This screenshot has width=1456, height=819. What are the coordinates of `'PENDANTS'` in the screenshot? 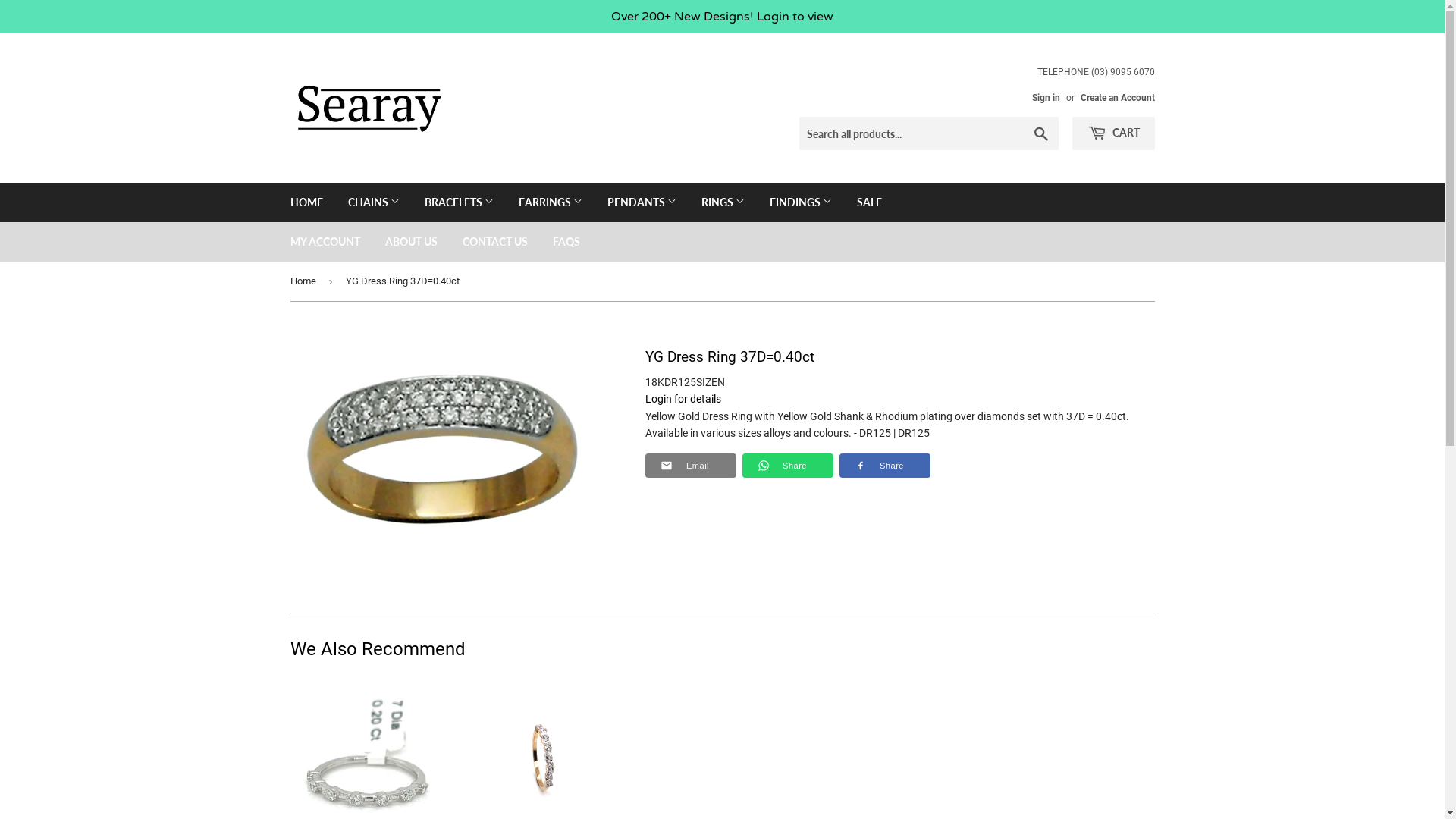 It's located at (595, 201).